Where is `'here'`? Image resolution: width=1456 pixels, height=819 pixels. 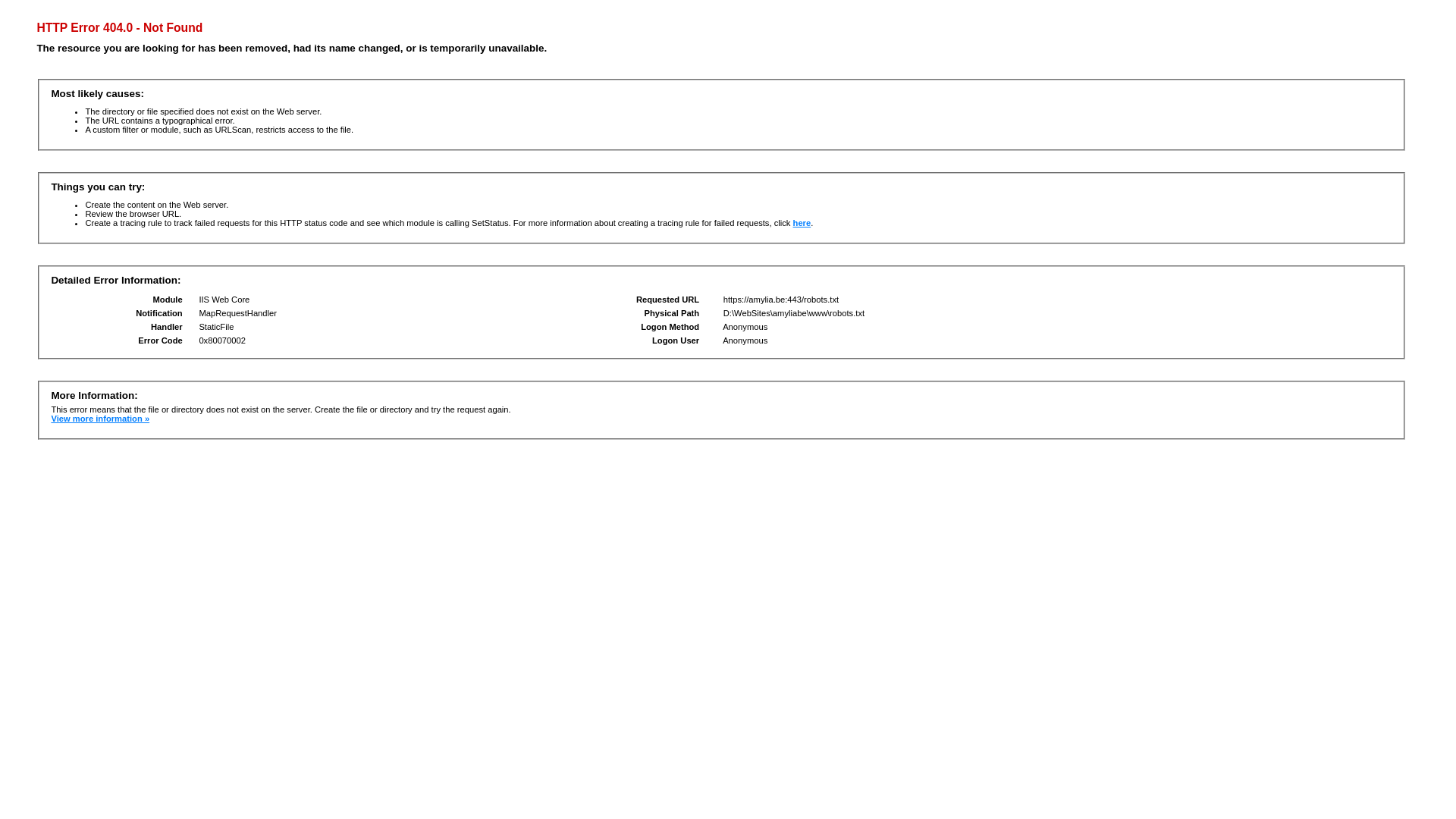 'here' is located at coordinates (801, 222).